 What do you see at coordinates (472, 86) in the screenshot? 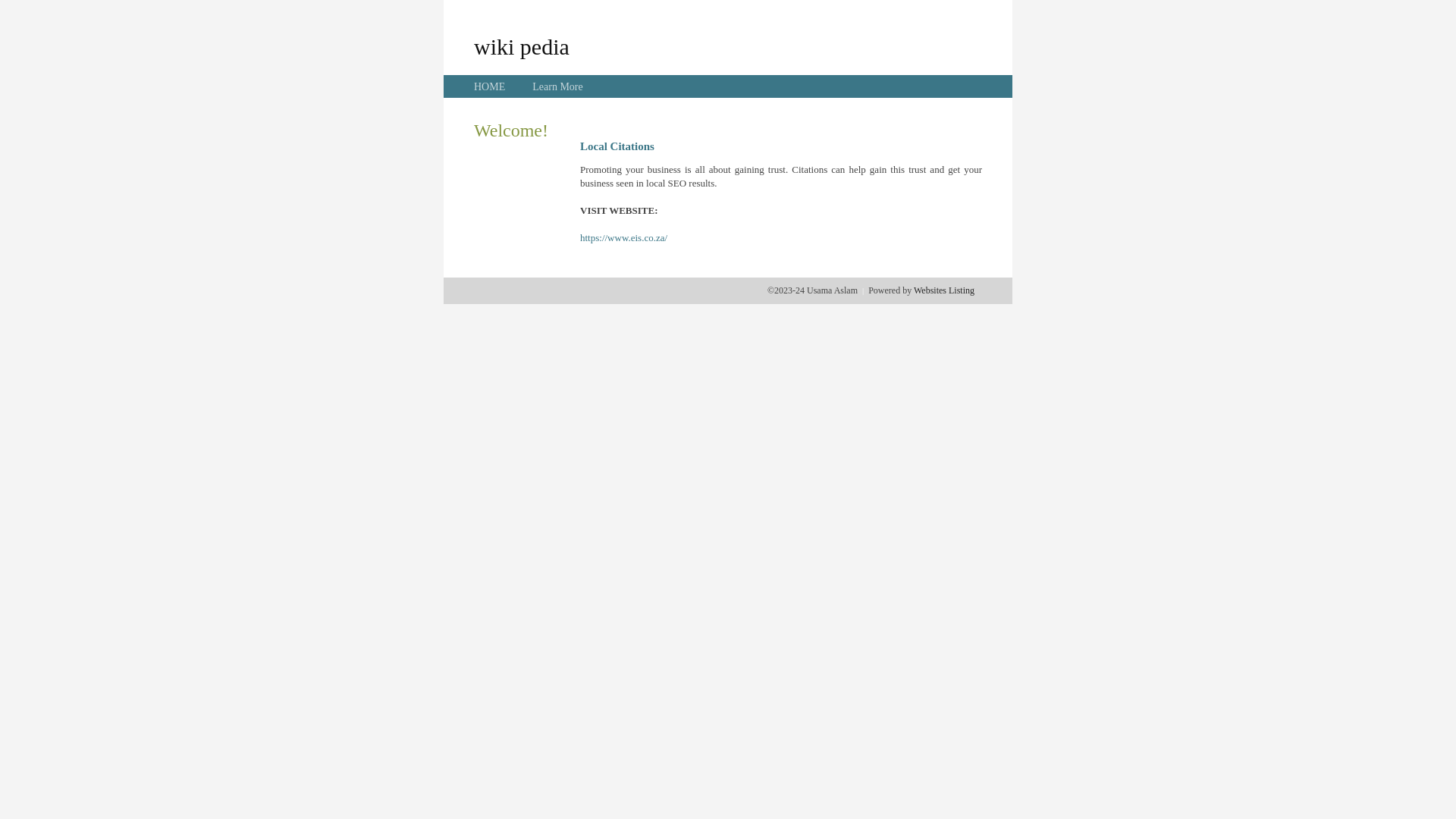
I see `'HOME'` at bounding box center [472, 86].